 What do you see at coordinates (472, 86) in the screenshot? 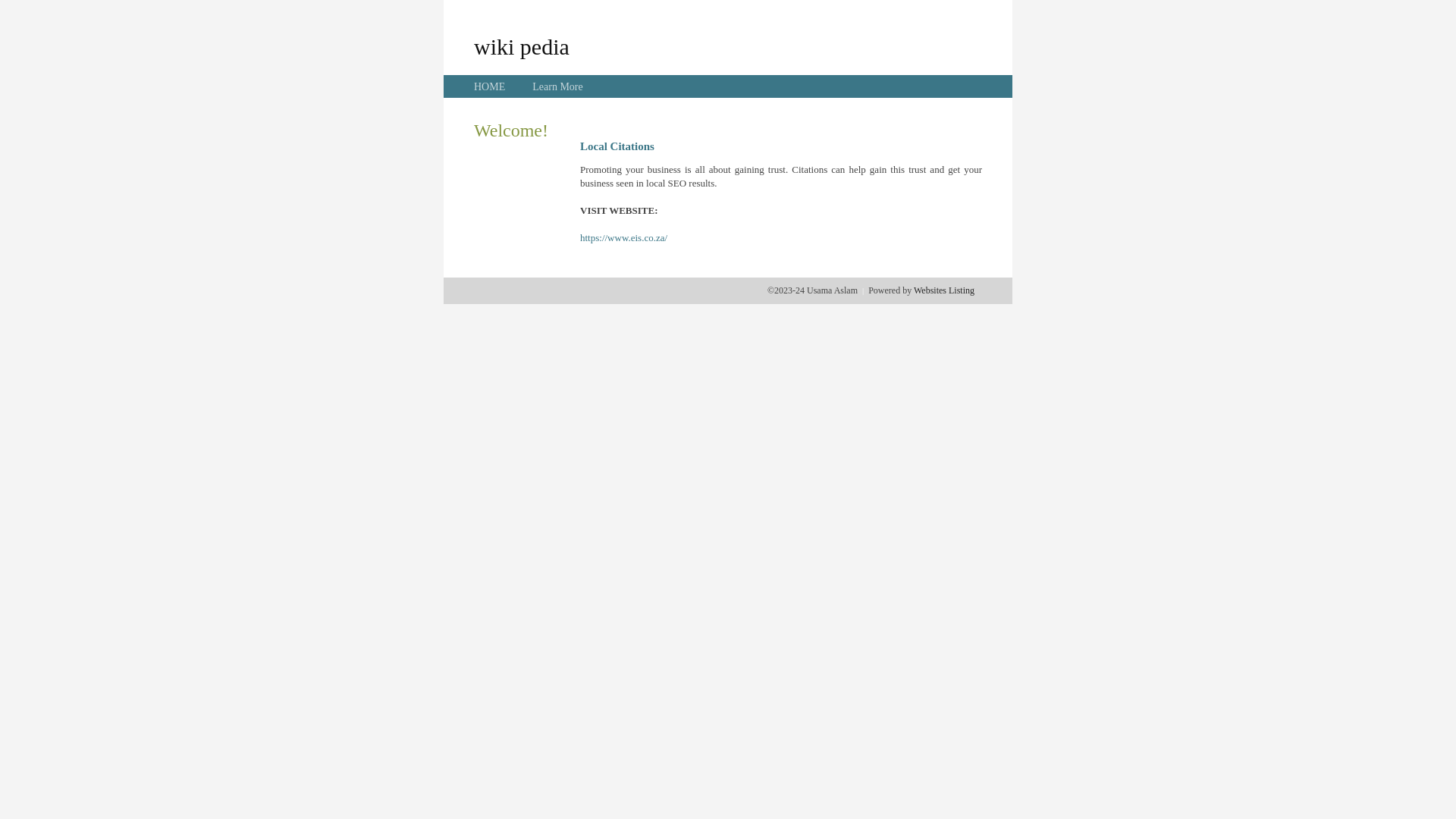
I see `'HOME'` at bounding box center [472, 86].